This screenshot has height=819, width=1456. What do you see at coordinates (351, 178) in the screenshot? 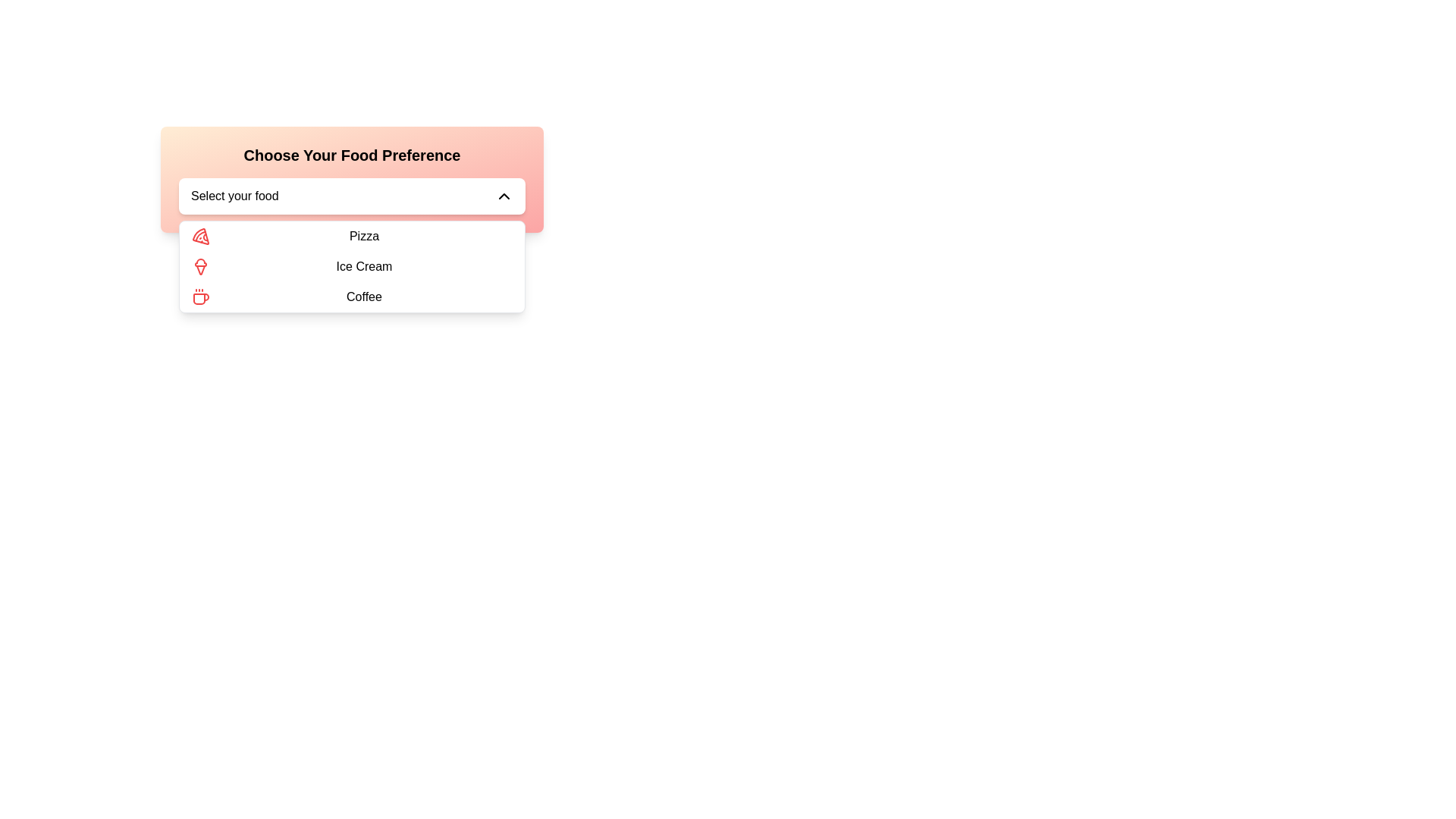
I see `the dropdown menu labeled 'Select your food'` at bounding box center [351, 178].